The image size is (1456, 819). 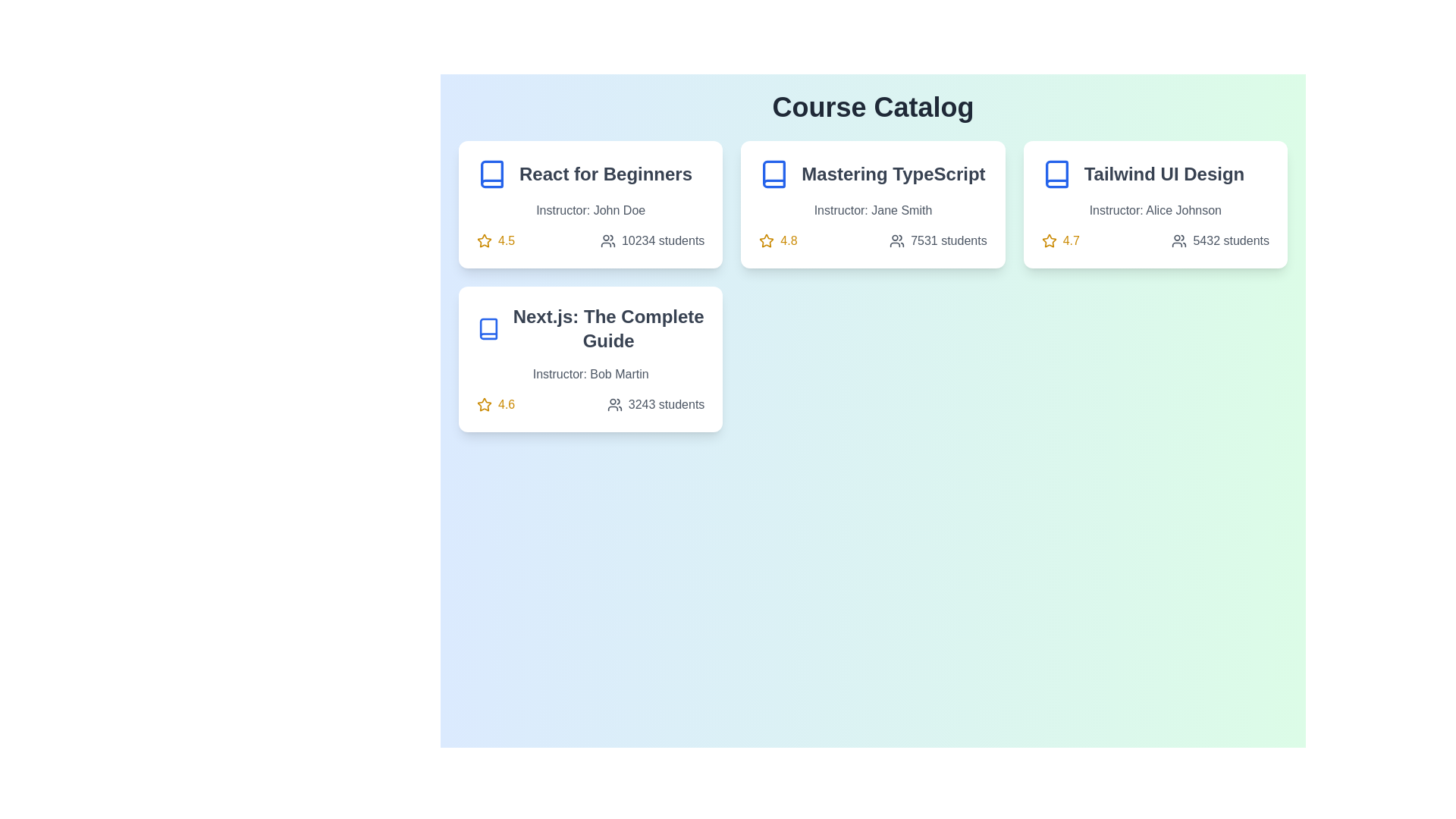 I want to click on the bold text label 'Mastering TypeScript' which is the title of the second course card from the left in the first row of the course grid to interact with adjacent elements, so click(x=893, y=174).